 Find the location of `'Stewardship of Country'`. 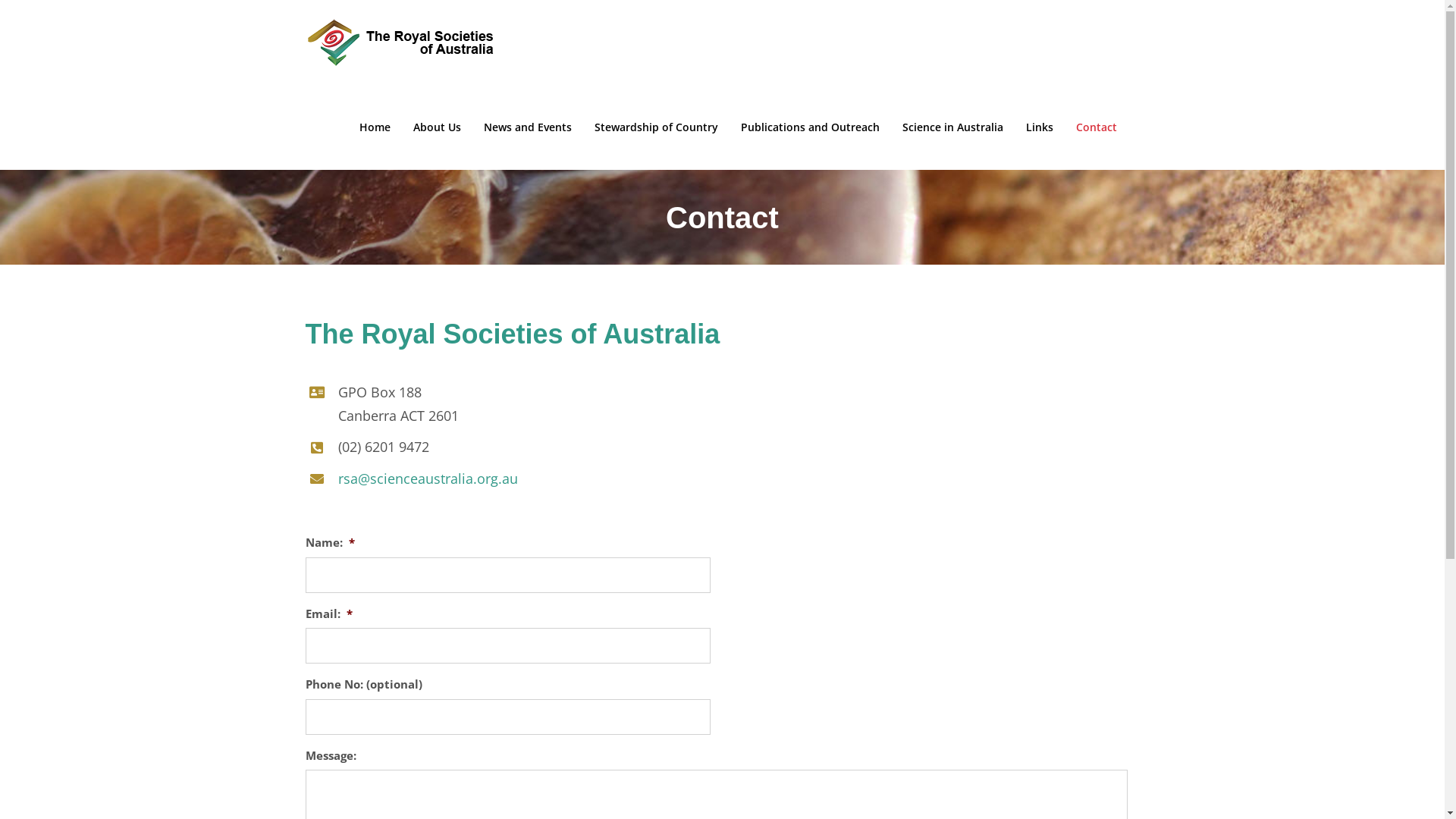

'Stewardship of Country' is located at coordinates (656, 127).